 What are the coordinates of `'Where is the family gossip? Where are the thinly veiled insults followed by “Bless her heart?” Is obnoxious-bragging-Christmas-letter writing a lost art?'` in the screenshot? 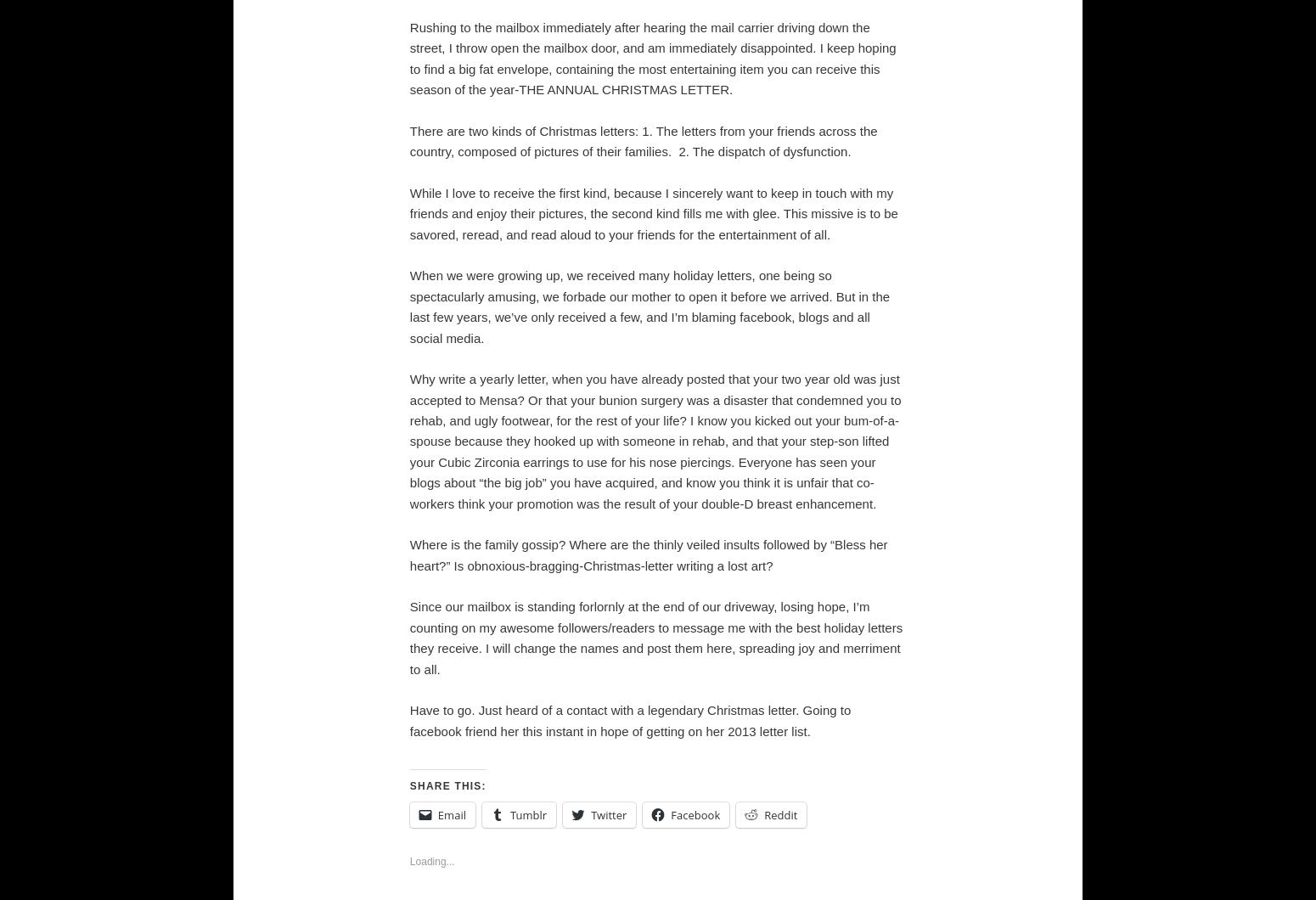 It's located at (648, 554).